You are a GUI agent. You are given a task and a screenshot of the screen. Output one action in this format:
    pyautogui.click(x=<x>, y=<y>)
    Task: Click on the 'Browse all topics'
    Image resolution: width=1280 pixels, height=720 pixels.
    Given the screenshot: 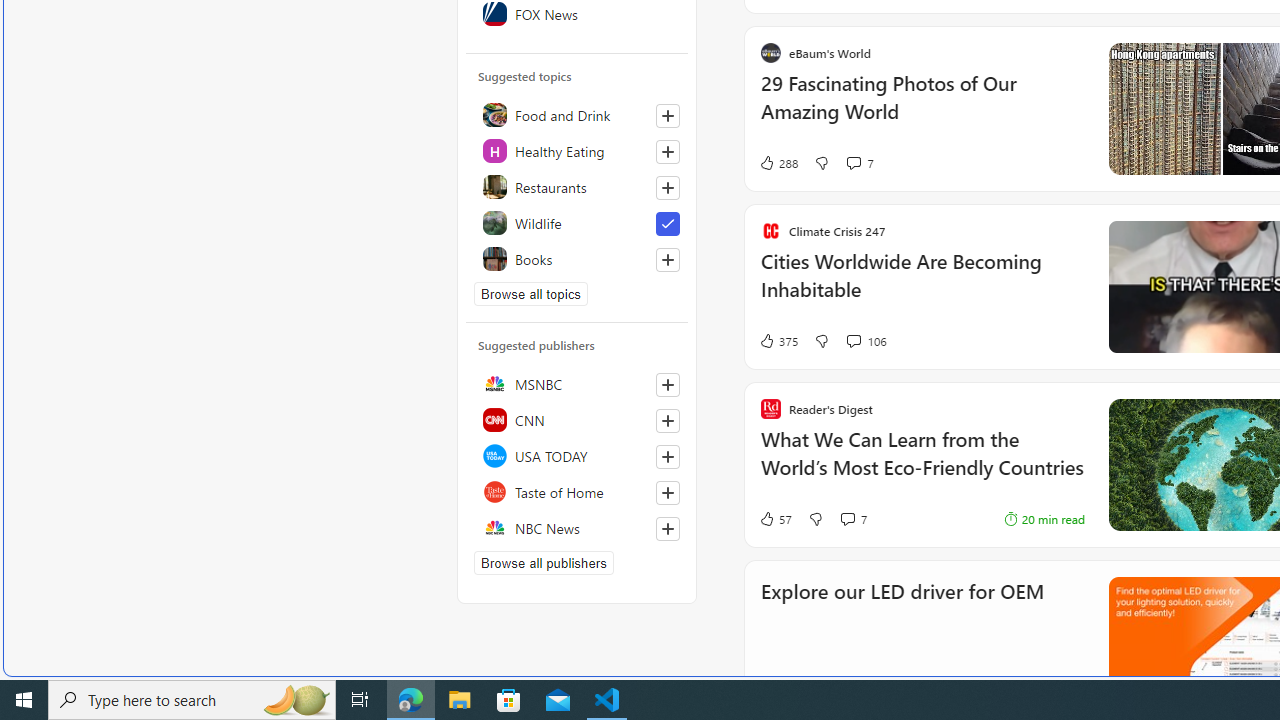 What is the action you would take?
    pyautogui.click(x=531, y=294)
    